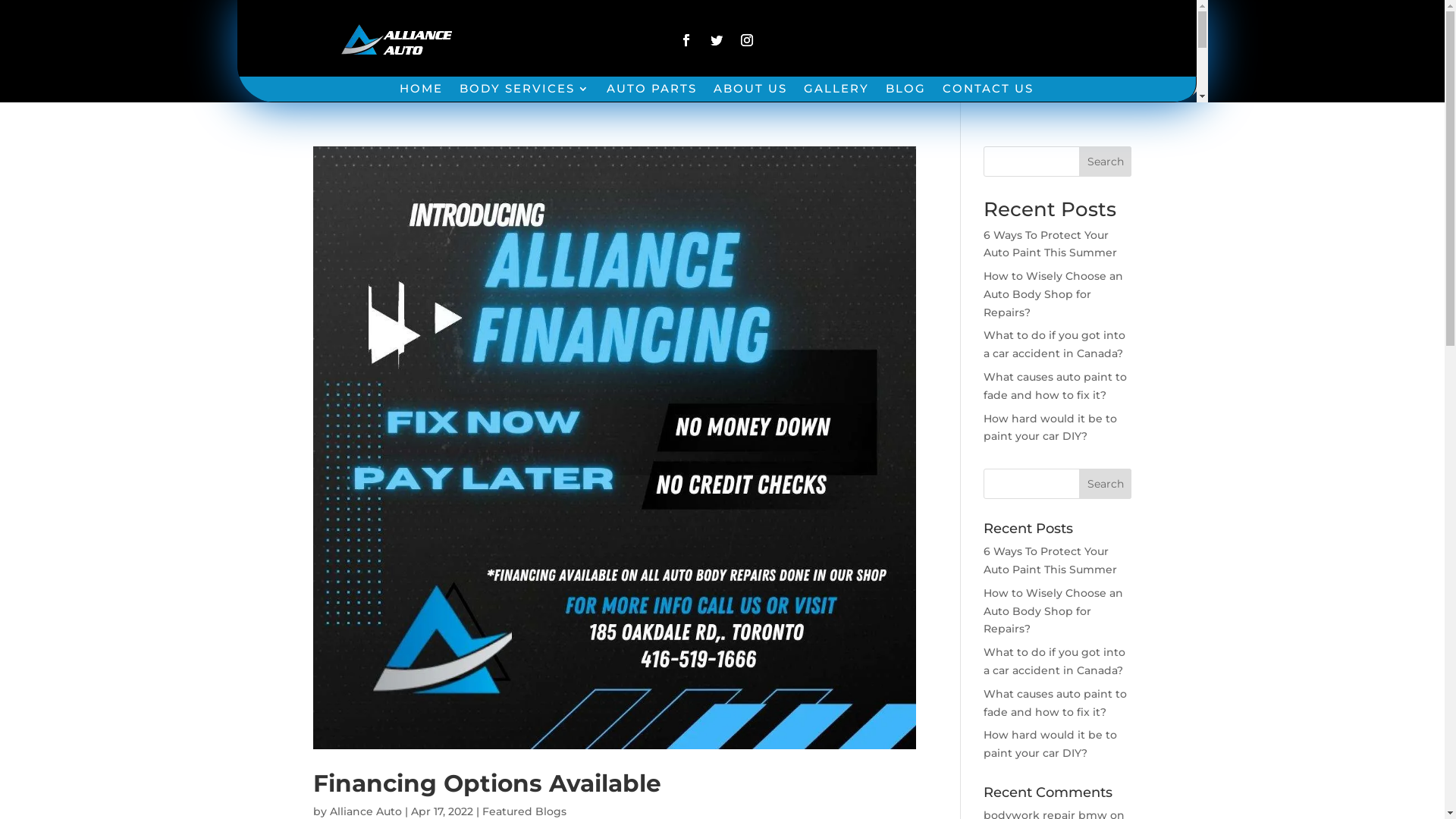  What do you see at coordinates (486, 783) in the screenshot?
I see `'Financing Options Available'` at bounding box center [486, 783].